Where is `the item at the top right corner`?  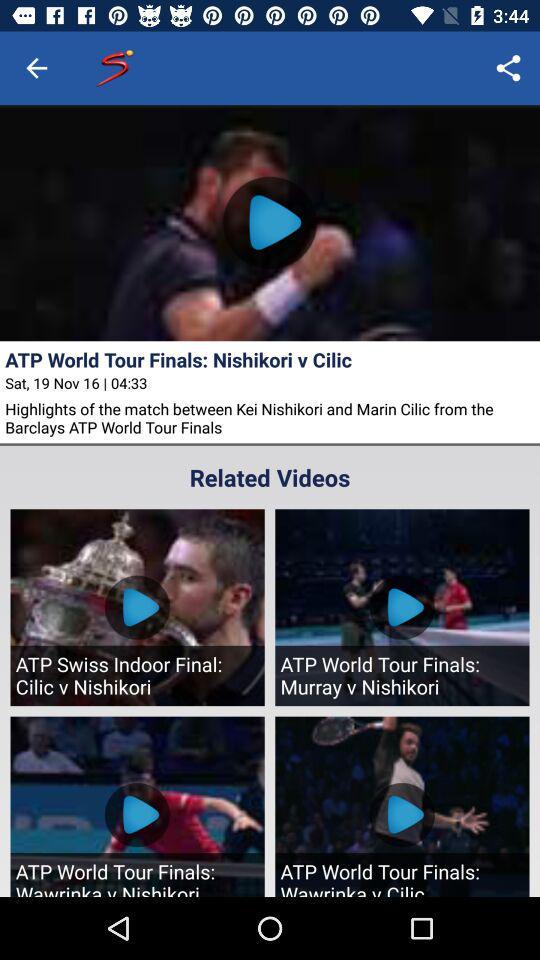
the item at the top right corner is located at coordinates (508, 68).